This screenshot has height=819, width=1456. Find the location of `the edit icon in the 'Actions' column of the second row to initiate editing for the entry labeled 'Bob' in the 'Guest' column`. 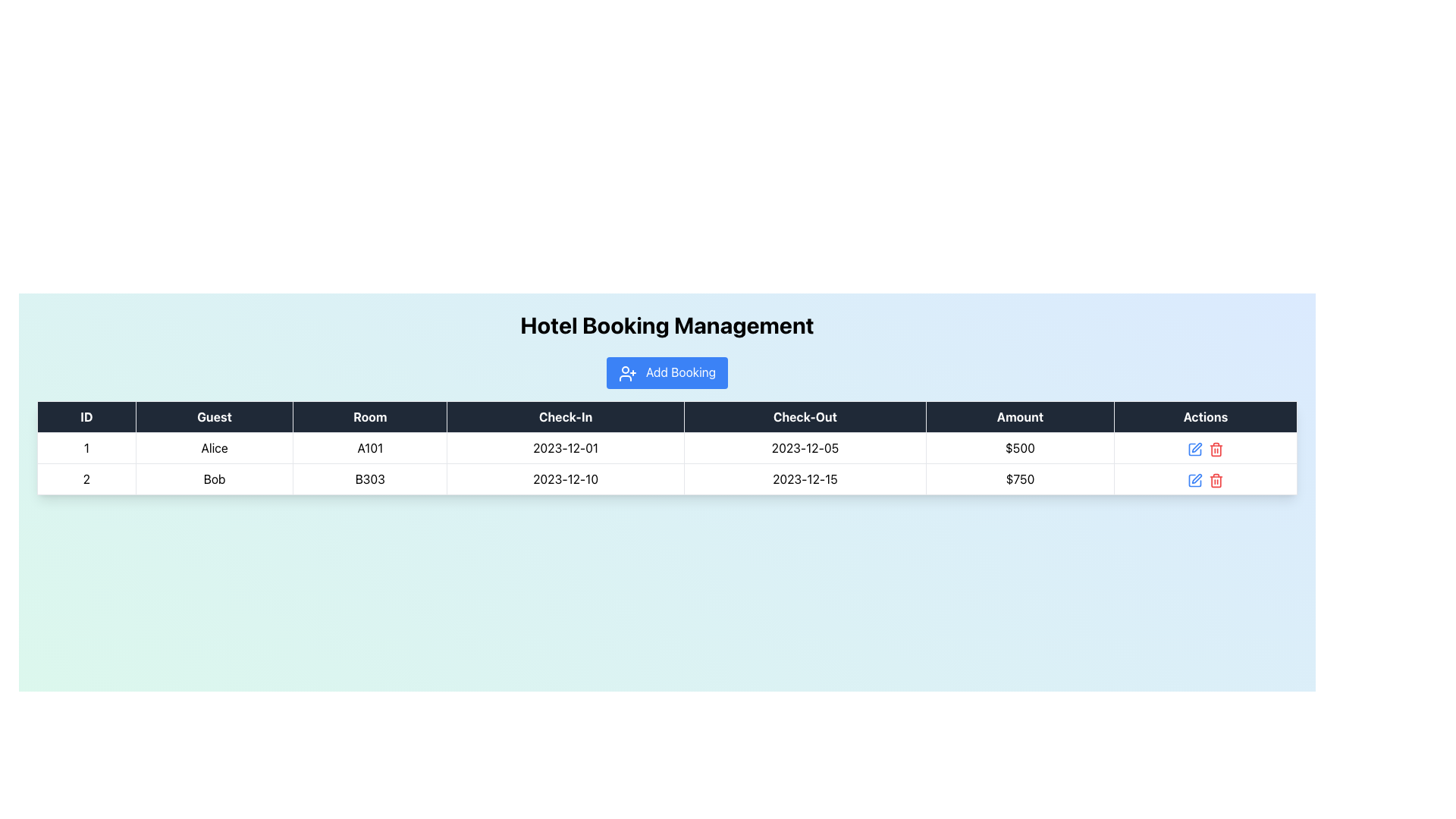

the edit icon in the 'Actions' column of the second row to initiate editing for the entry labeled 'Bob' in the 'Guest' column is located at coordinates (1194, 479).